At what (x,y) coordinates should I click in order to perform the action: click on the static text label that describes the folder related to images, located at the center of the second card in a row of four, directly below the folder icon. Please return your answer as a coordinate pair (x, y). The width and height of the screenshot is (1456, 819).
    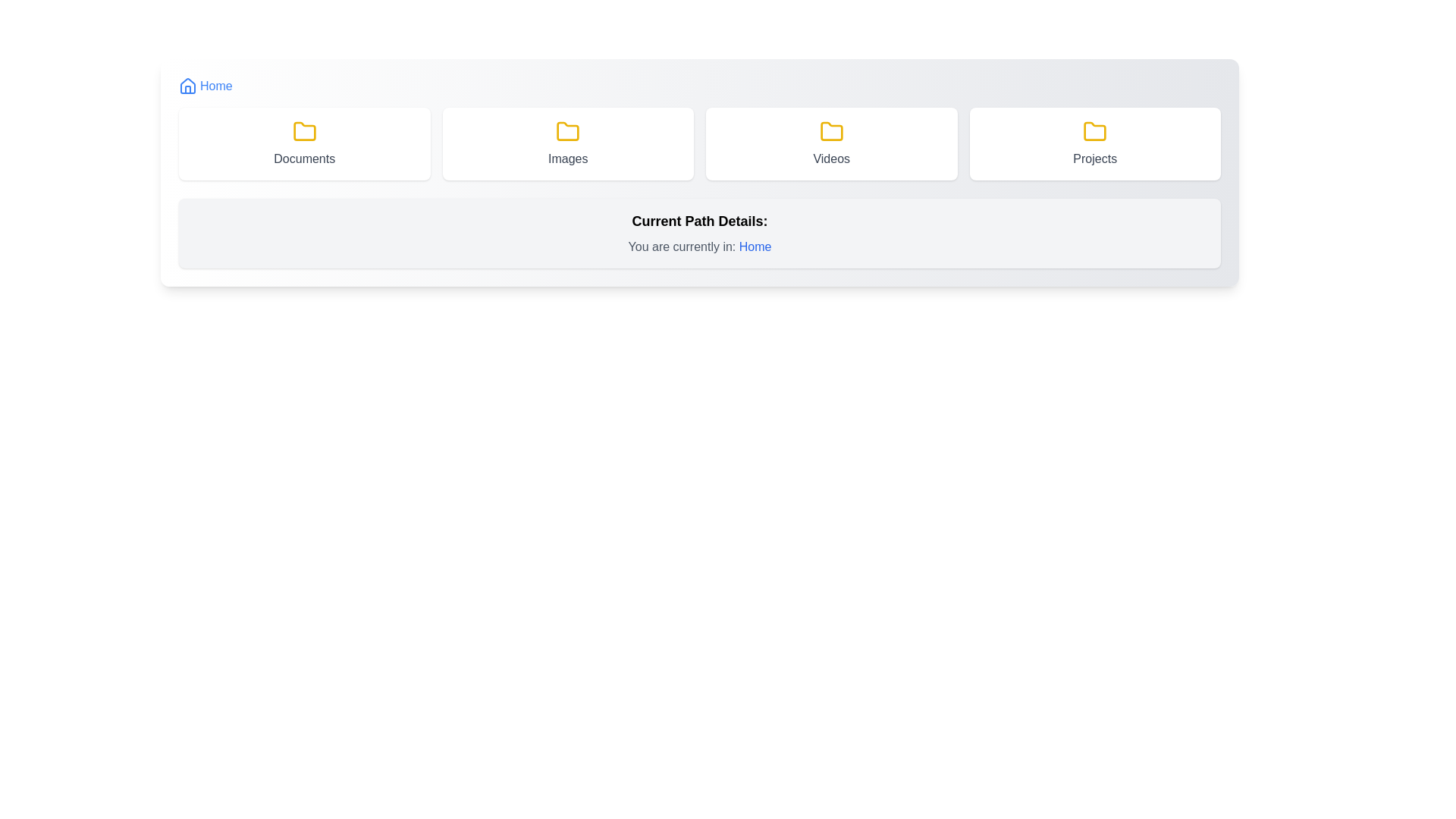
    Looking at the image, I should click on (567, 158).